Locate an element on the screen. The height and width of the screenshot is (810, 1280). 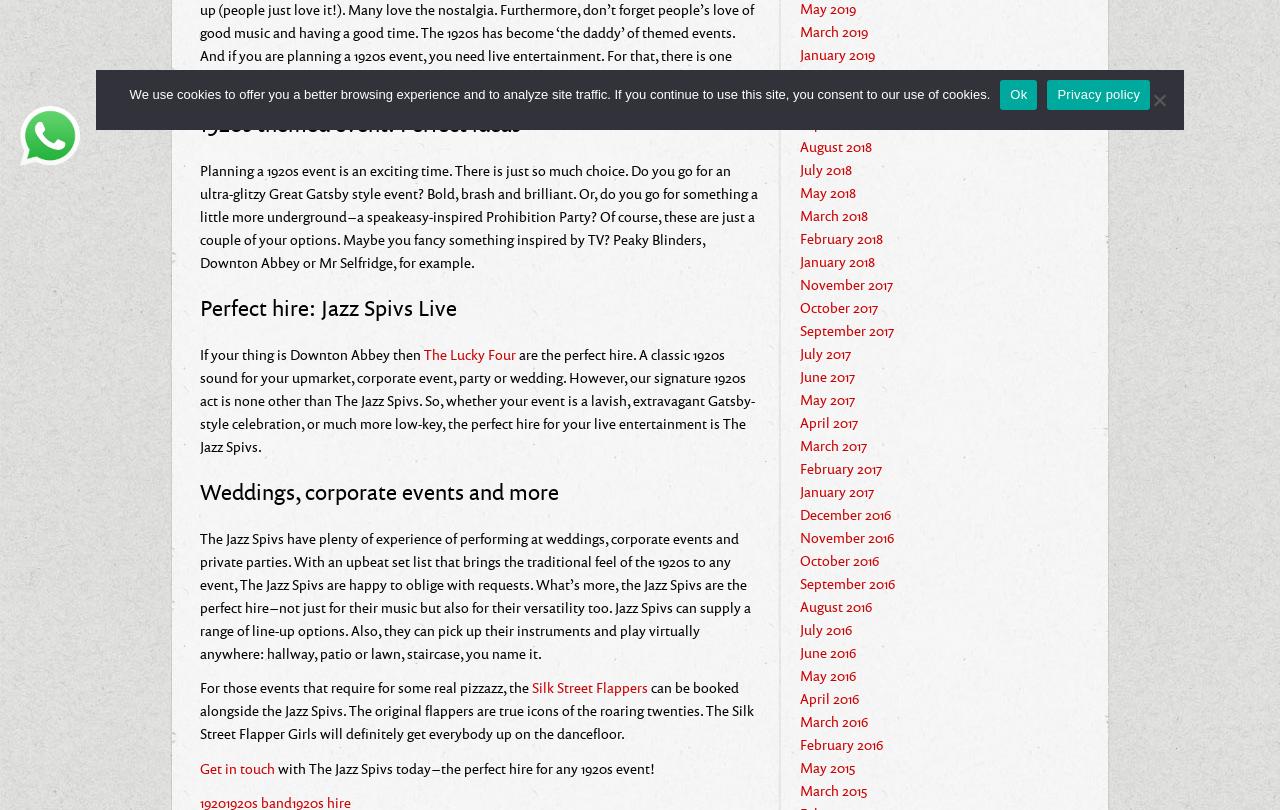
'July 2017' is located at coordinates (825, 351).